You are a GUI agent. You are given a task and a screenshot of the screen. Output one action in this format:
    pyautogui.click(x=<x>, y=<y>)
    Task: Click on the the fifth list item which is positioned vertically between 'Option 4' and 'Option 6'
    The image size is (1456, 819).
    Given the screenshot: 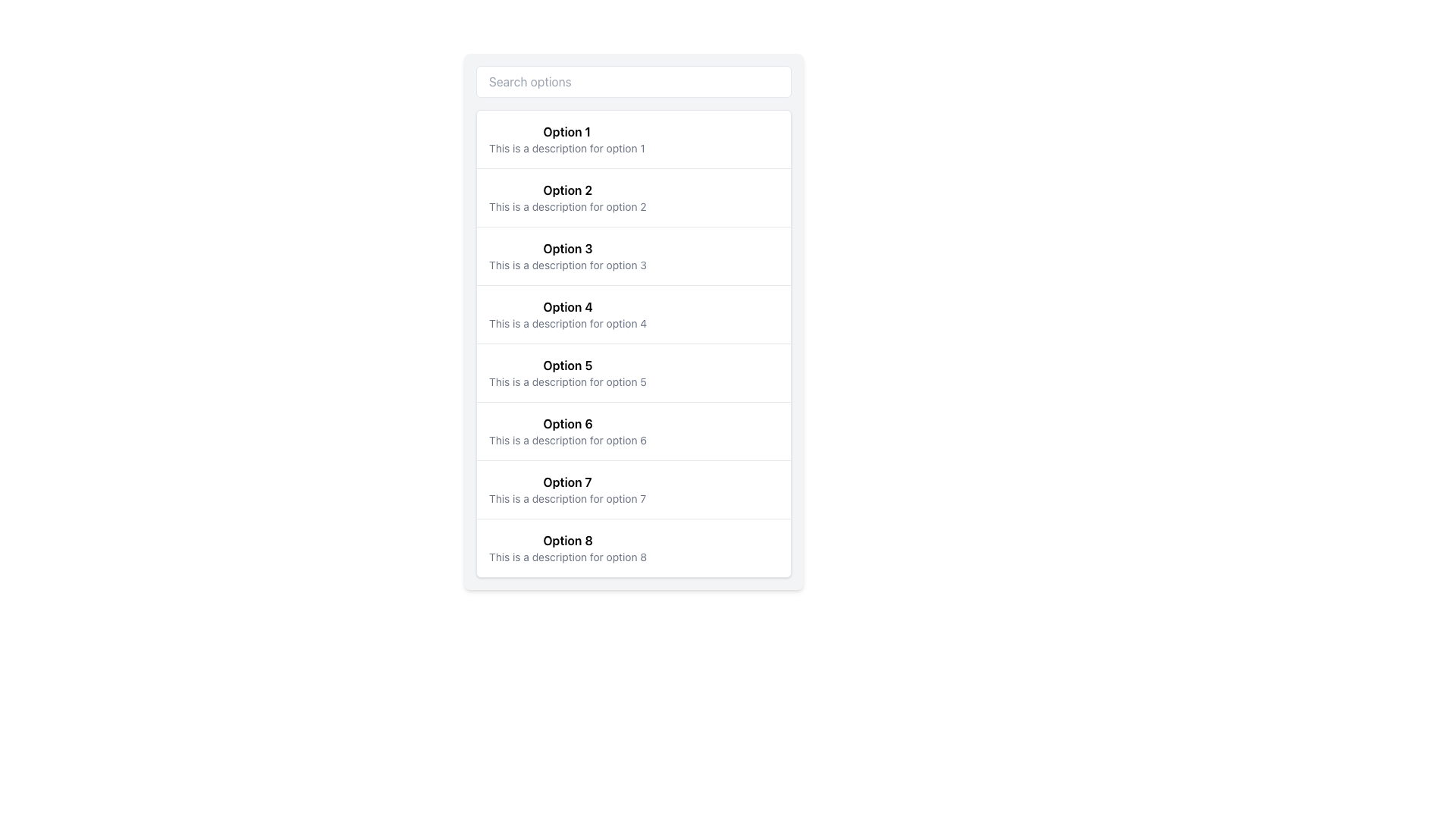 What is the action you would take?
    pyautogui.click(x=633, y=372)
    